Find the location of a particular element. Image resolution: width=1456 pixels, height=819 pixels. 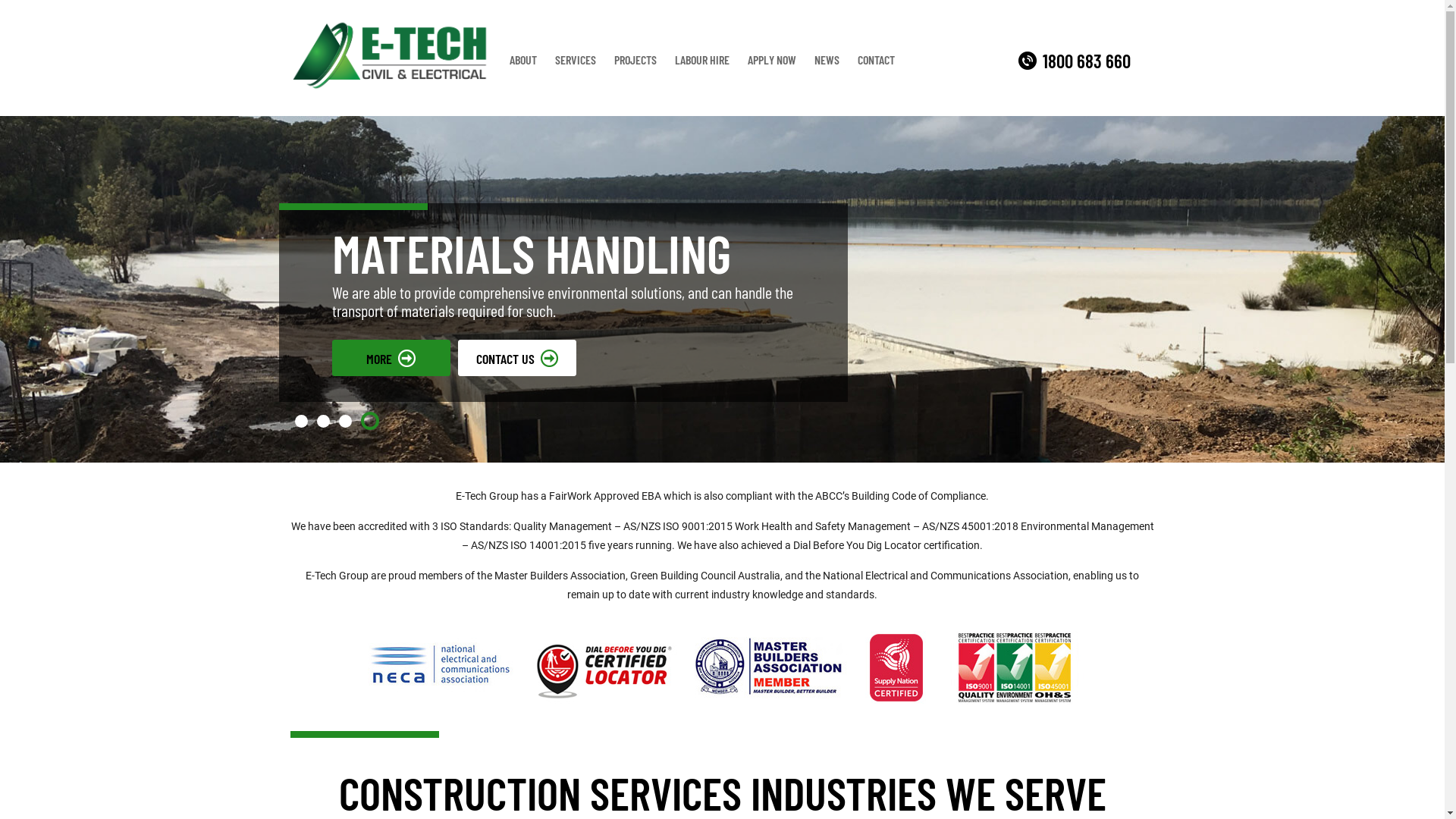

'ABOUT' is located at coordinates (500, 58).